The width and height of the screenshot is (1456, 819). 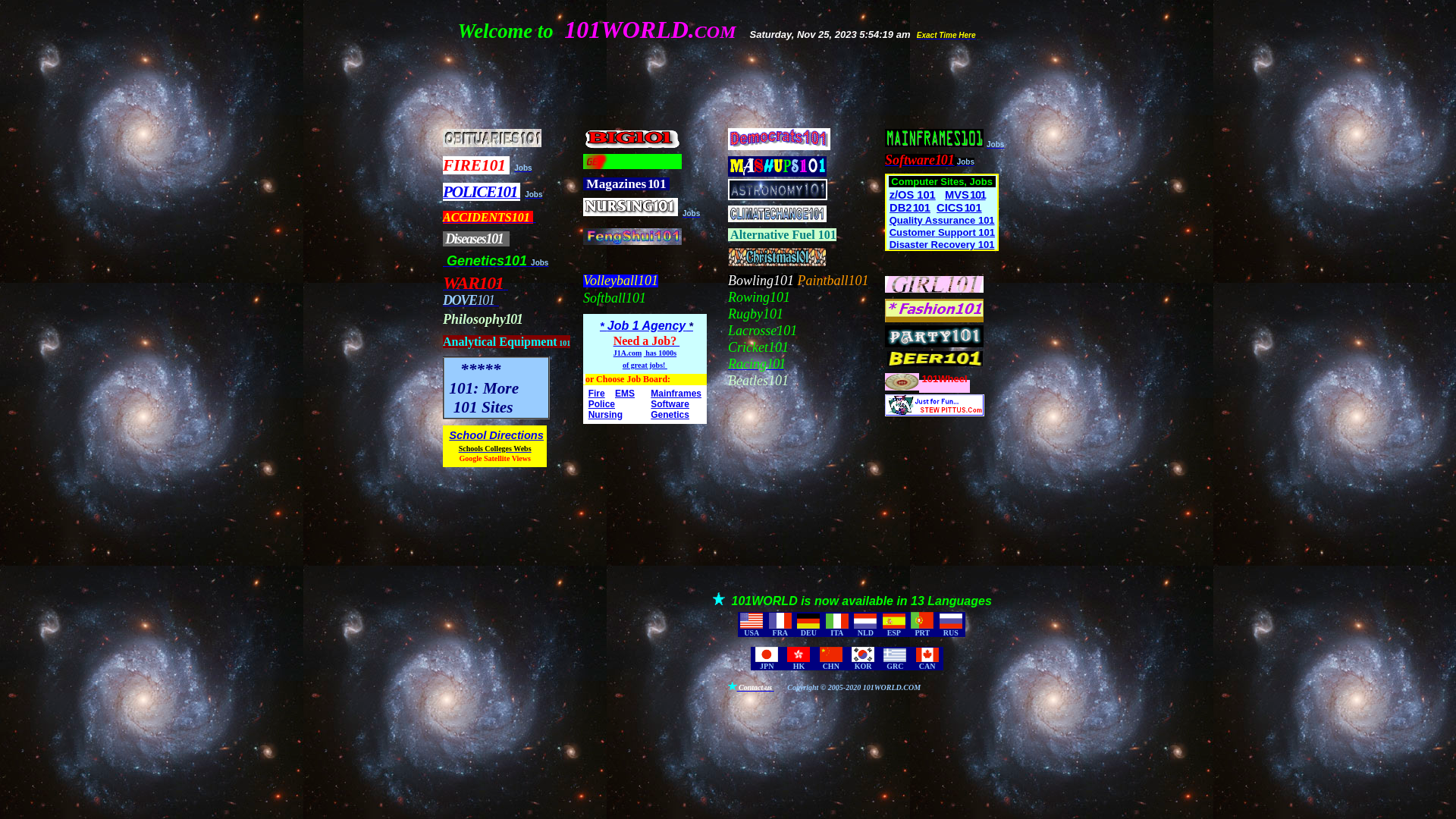 What do you see at coordinates (442, 217) in the screenshot?
I see `'ACCIDENTS101  '` at bounding box center [442, 217].